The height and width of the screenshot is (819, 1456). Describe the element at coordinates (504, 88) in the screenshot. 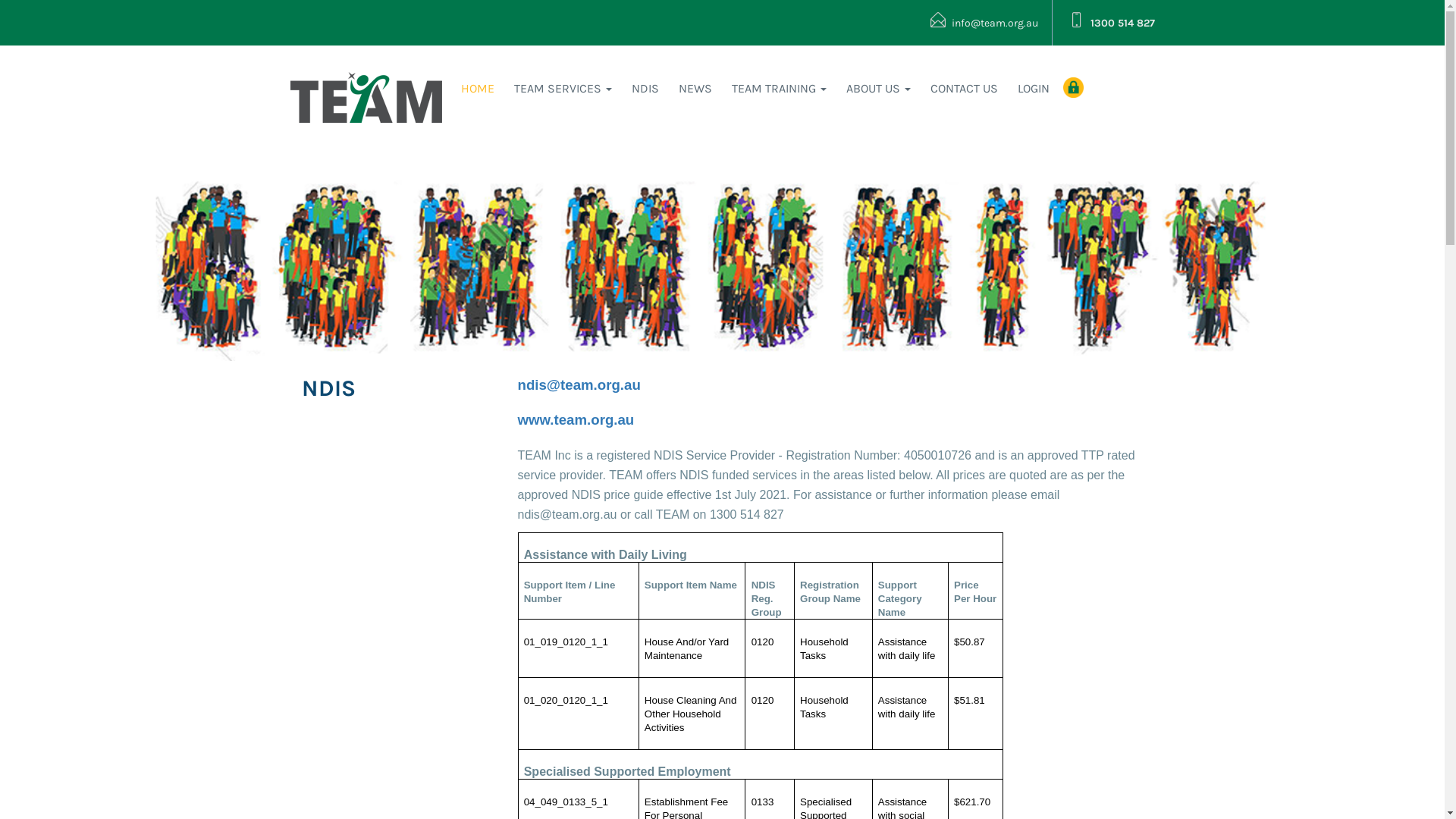

I see `'TEAM SERVICES'` at that location.